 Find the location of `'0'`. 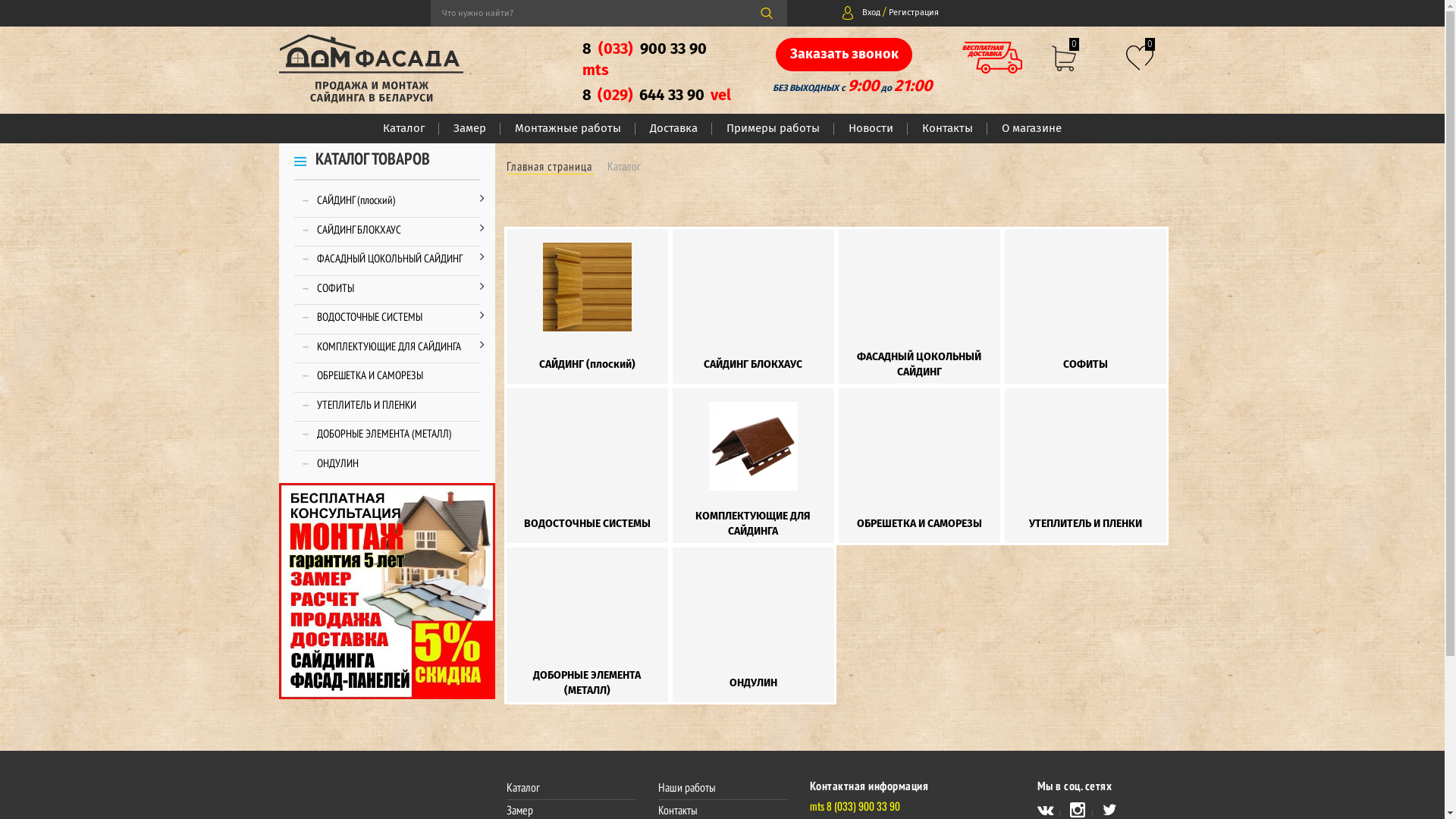

'0' is located at coordinates (1062, 52).